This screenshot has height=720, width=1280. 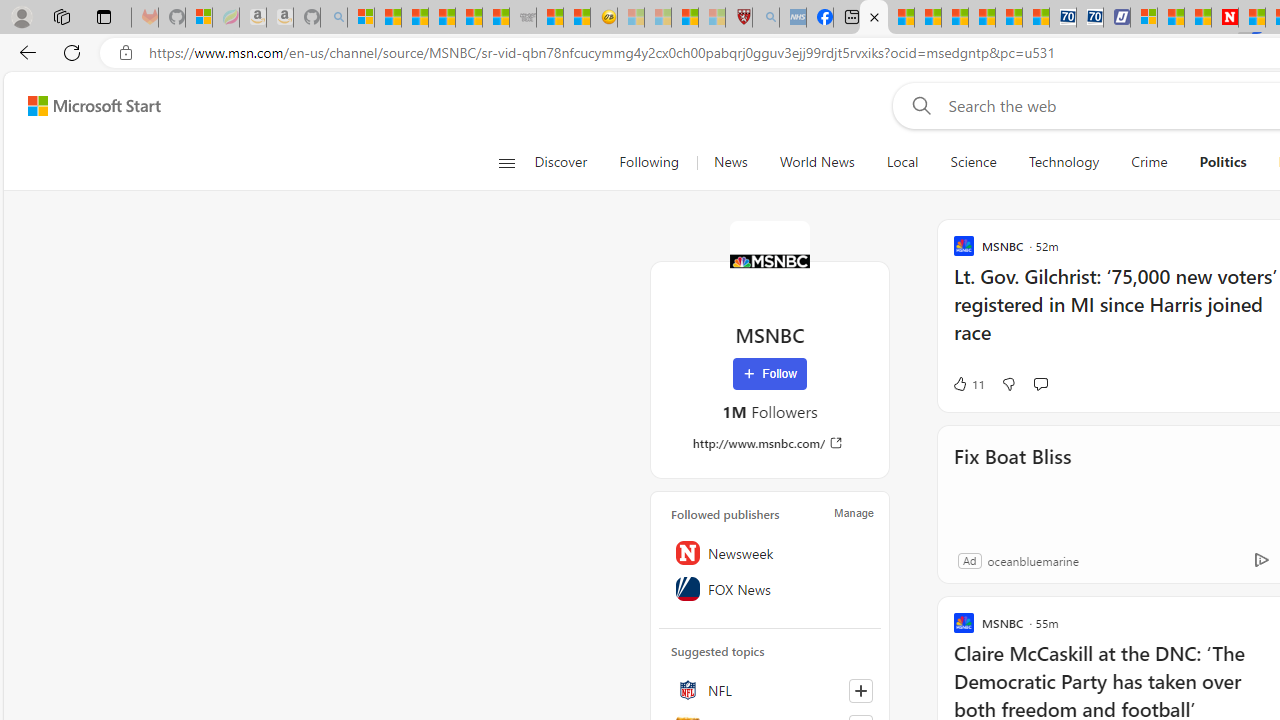 What do you see at coordinates (1032, 560) in the screenshot?
I see `'oceanbluemarine'` at bounding box center [1032, 560].